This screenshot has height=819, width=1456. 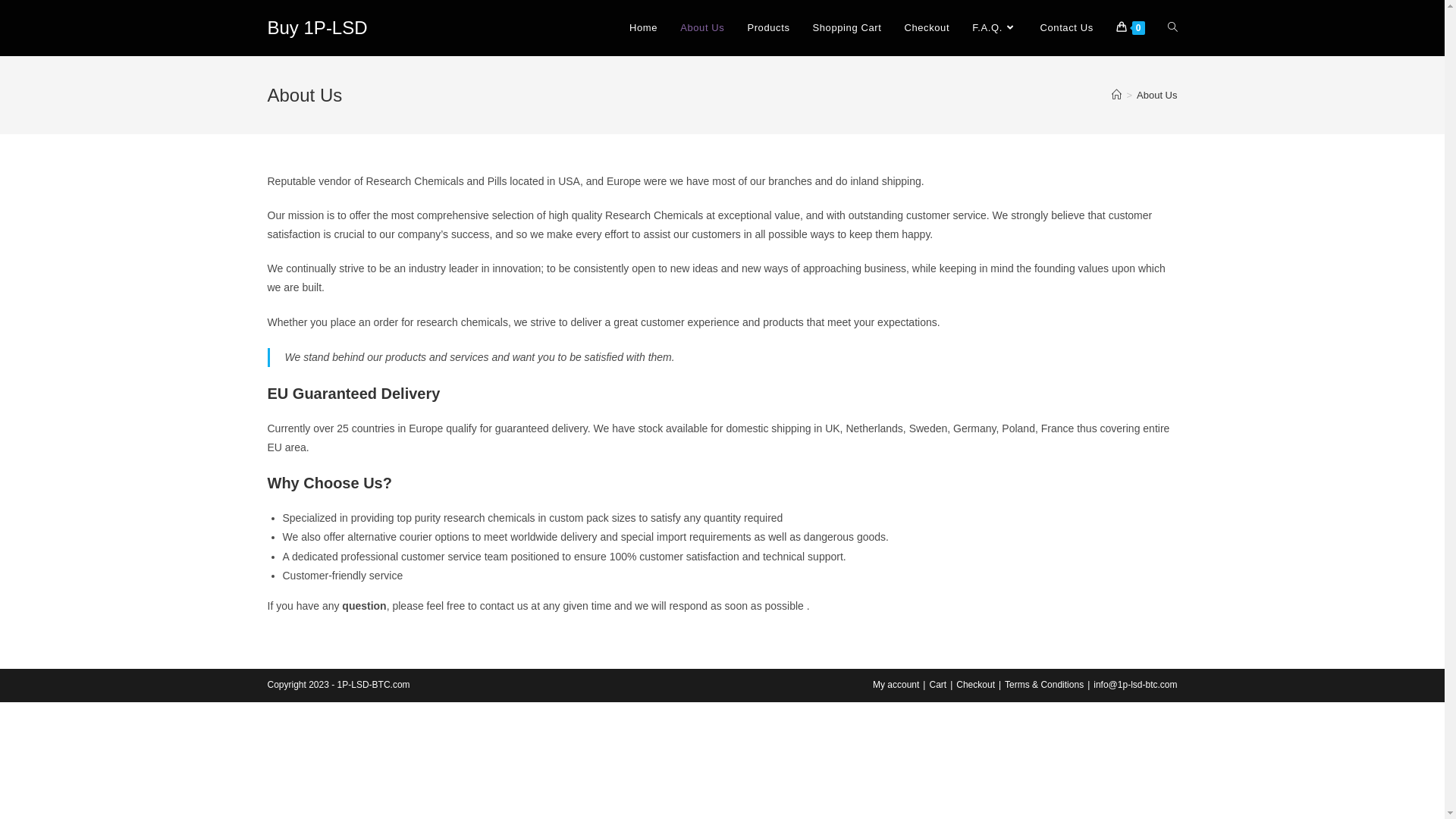 What do you see at coordinates (701, 28) in the screenshot?
I see `'About Us'` at bounding box center [701, 28].